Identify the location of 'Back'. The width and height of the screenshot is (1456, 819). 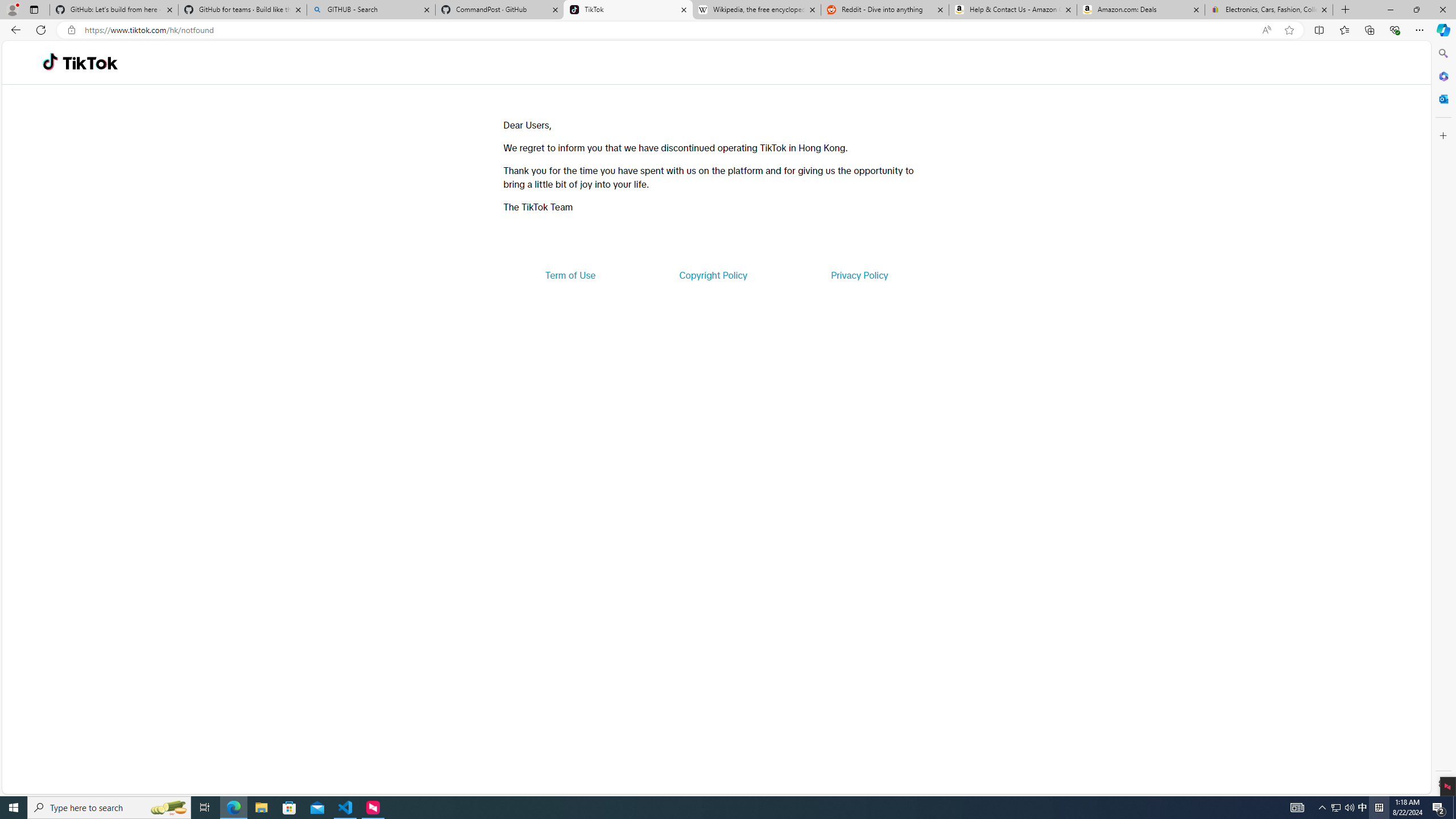
(14, 29).